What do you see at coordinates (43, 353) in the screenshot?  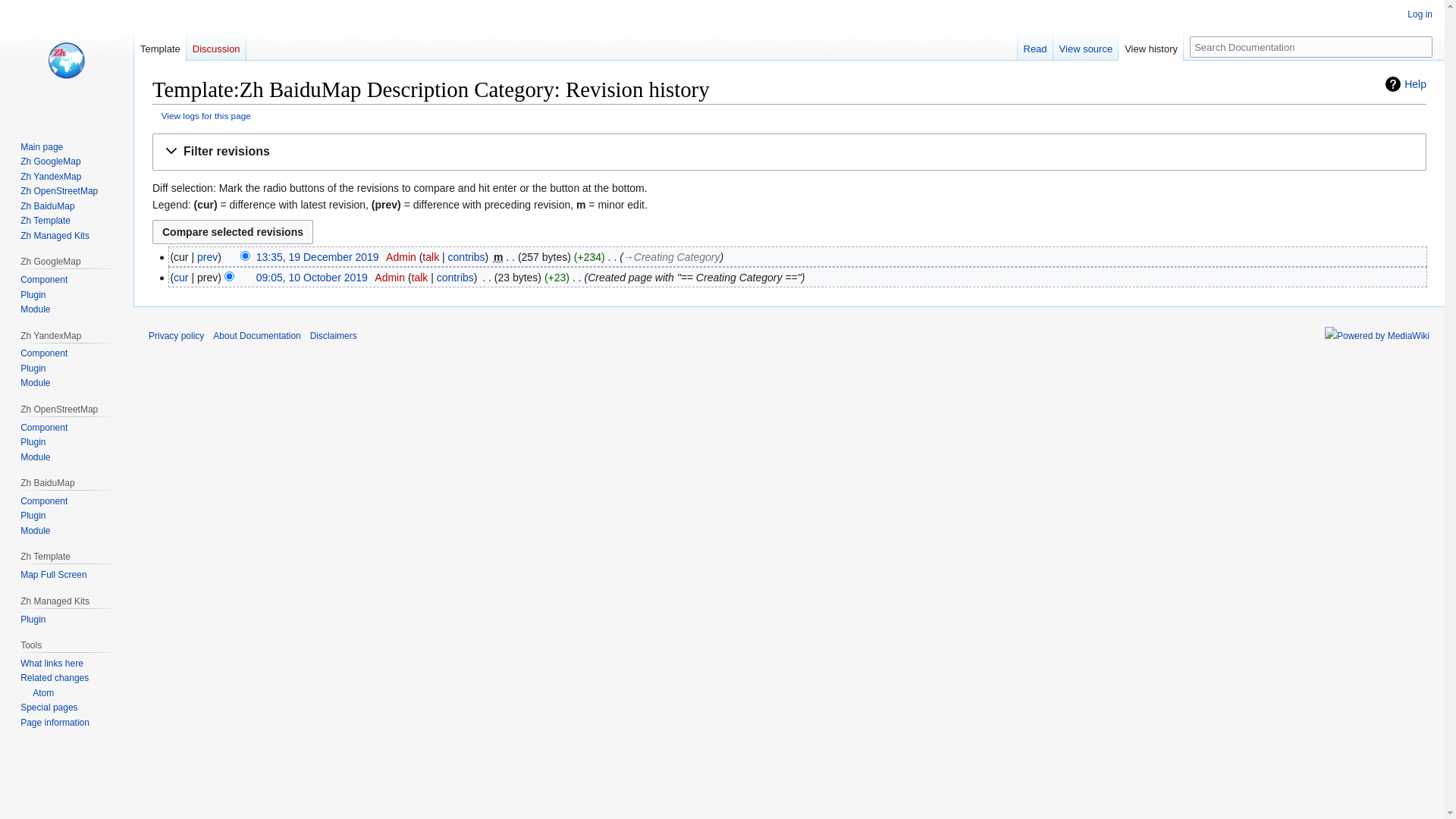 I see `'Component'` at bounding box center [43, 353].